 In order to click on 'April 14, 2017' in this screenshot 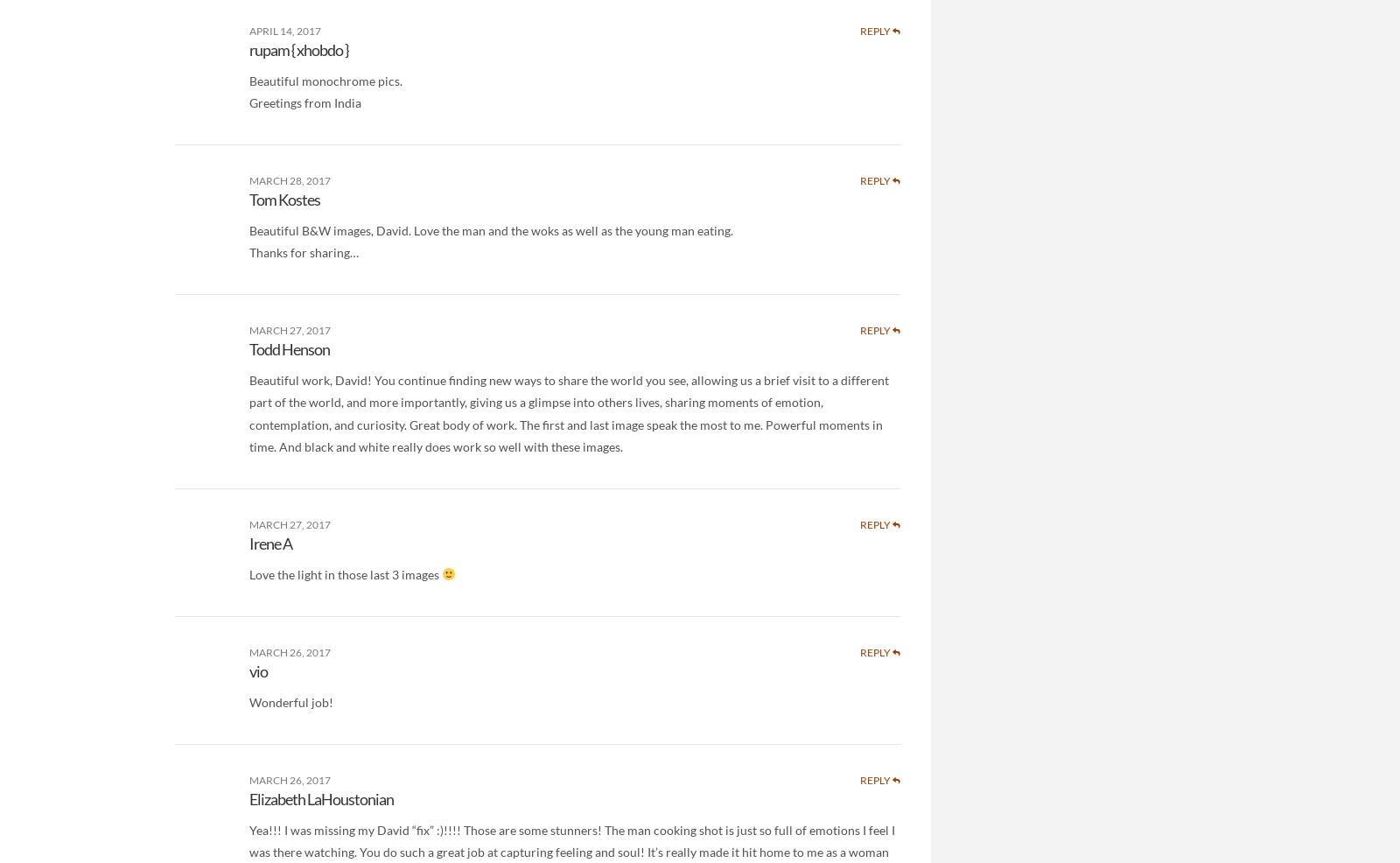, I will do `click(284, 29)`.